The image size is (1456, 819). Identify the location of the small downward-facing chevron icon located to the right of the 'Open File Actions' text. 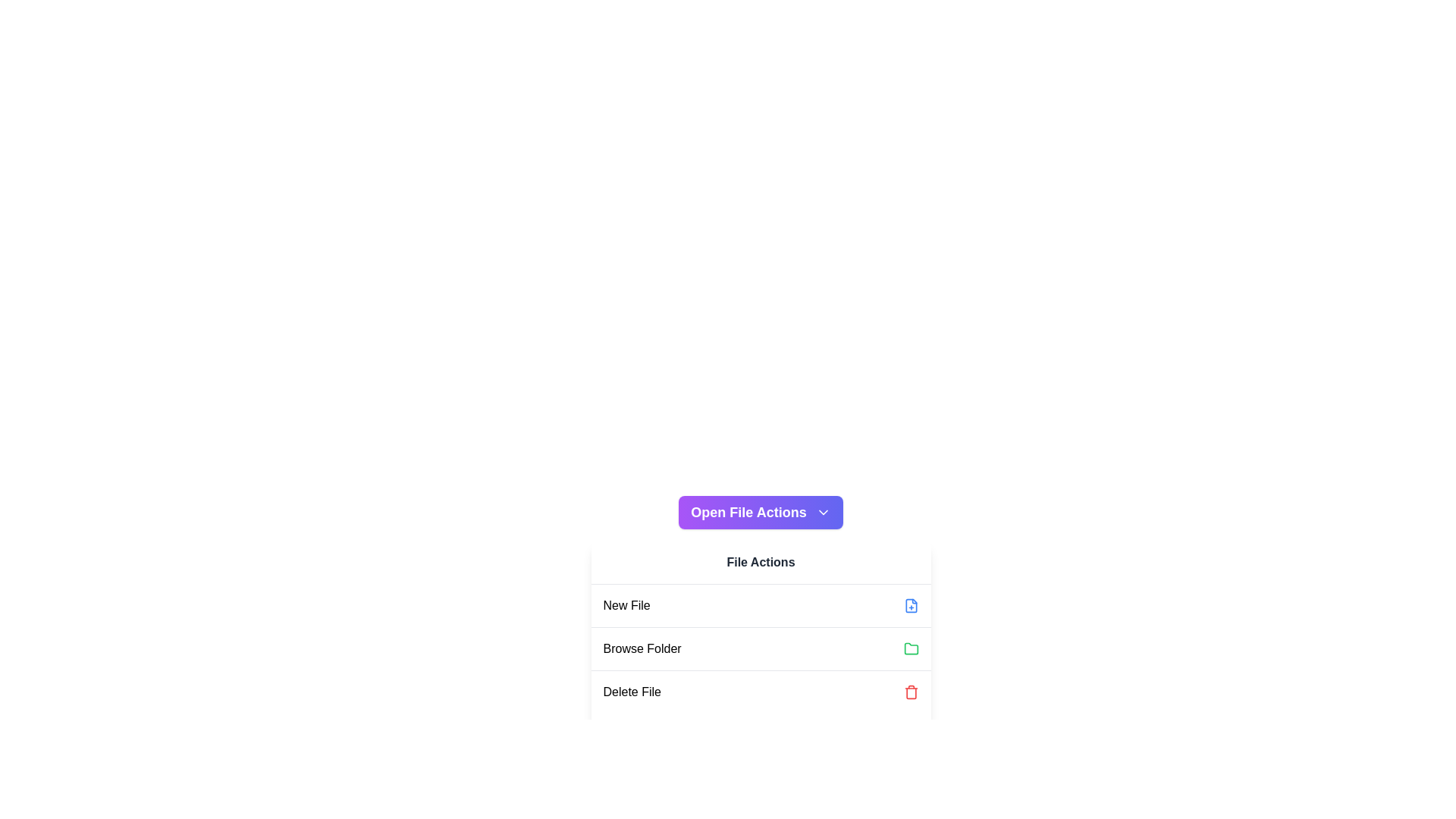
(822, 512).